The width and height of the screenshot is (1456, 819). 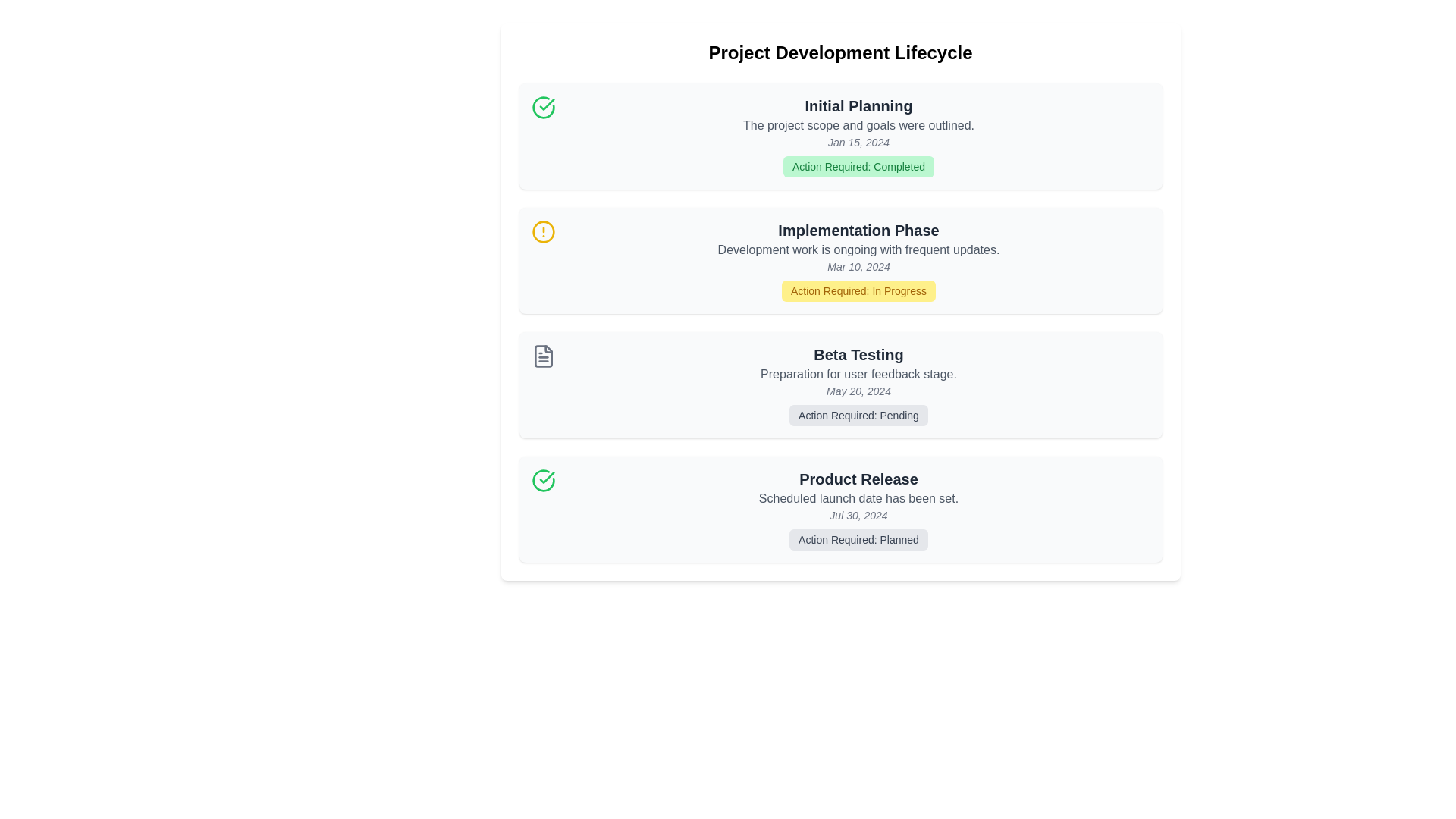 What do you see at coordinates (858, 249) in the screenshot?
I see `the Static Text displaying 'Development work is ongoing with frequent updates.' which is located below the 'Implementation Phase' title in the 'Project Development Lifecycle' interface` at bounding box center [858, 249].